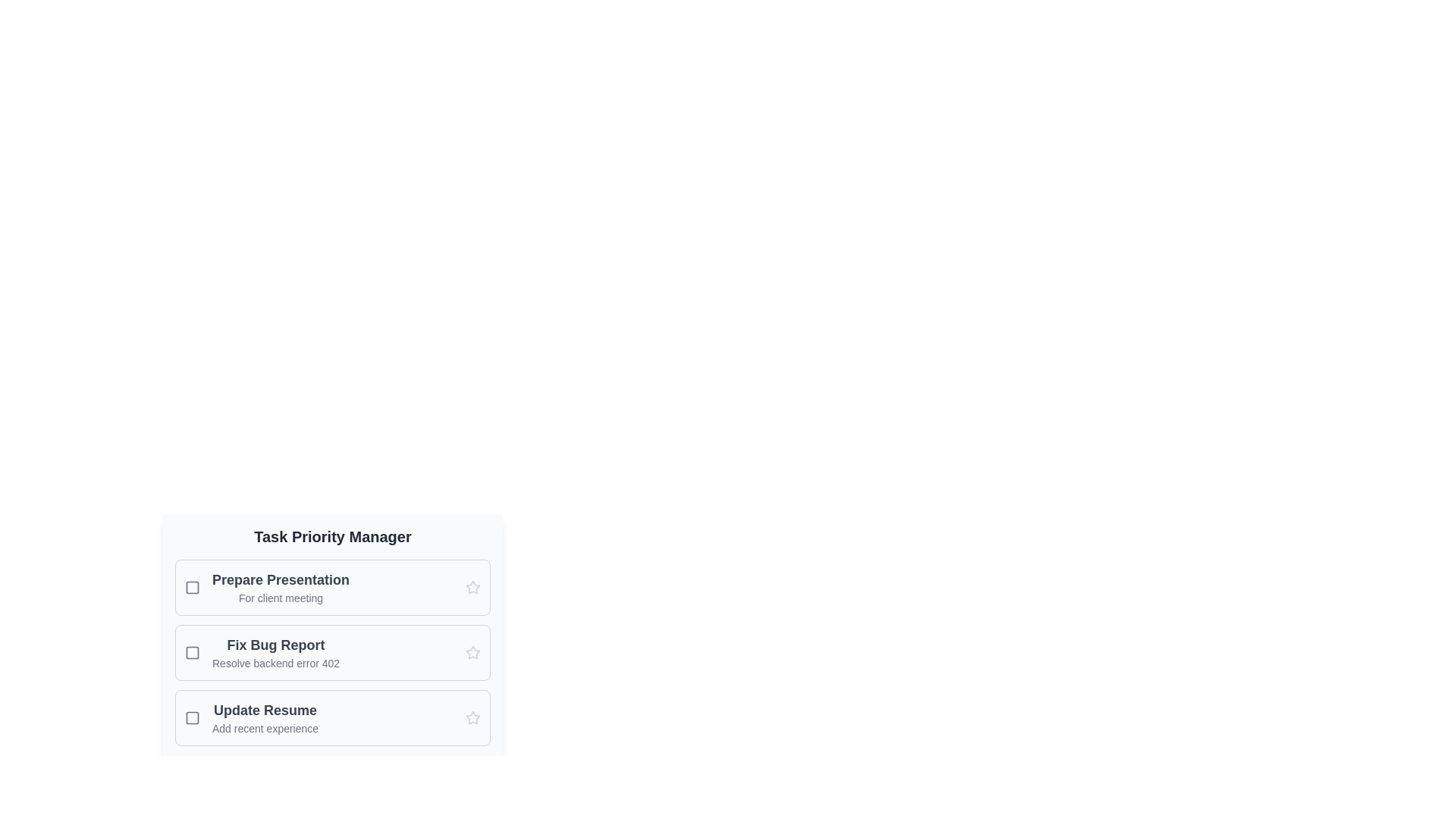 This screenshot has height=819, width=1456. Describe the element at coordinates (472, 587) in the screenshot. I see `the star icon at the far-right end of the 'Prepare Presentation' task` at that location.